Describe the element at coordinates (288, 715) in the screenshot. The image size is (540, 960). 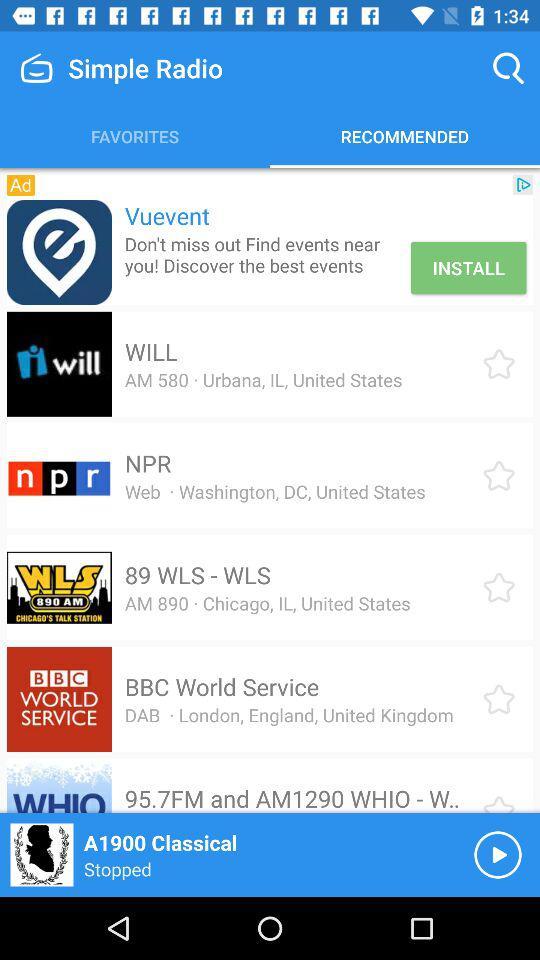
I see `item below the bbc world service` at that location.